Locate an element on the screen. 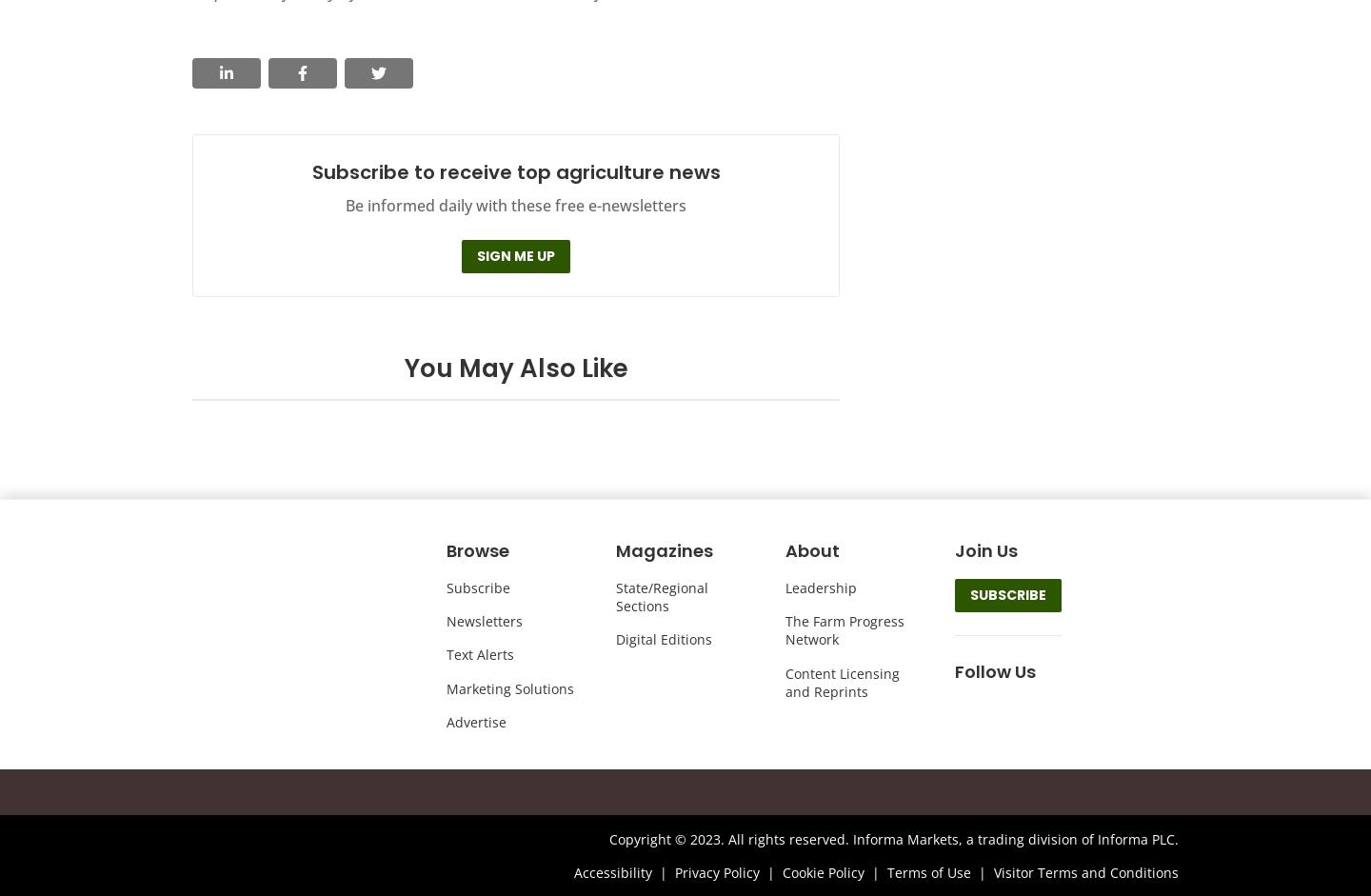  'Terms of Use' is located at coordinates (928, 871).